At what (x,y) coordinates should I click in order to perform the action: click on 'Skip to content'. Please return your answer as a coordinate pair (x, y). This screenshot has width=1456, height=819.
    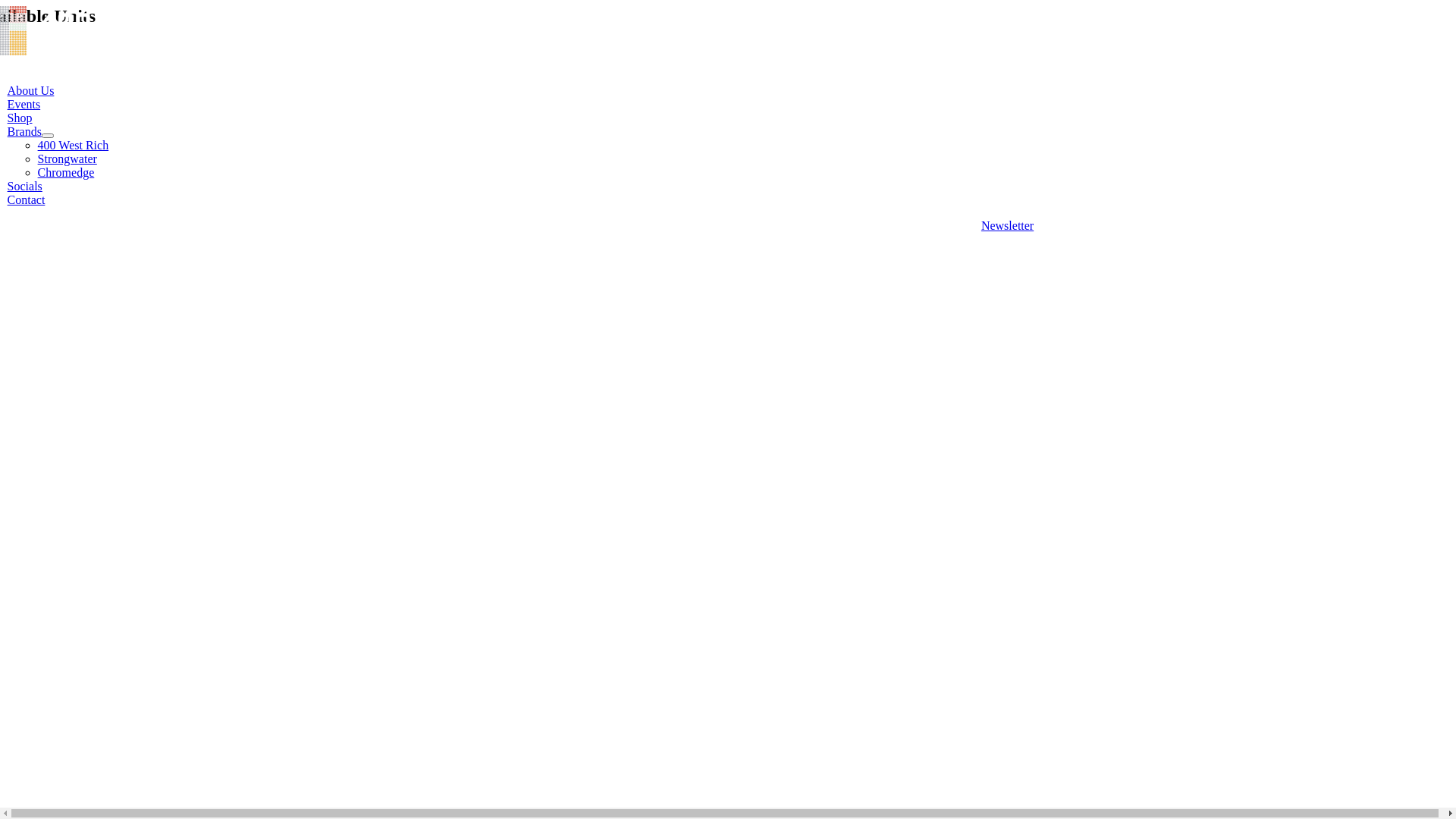
    Looking at the image, I should click on (5, 5).